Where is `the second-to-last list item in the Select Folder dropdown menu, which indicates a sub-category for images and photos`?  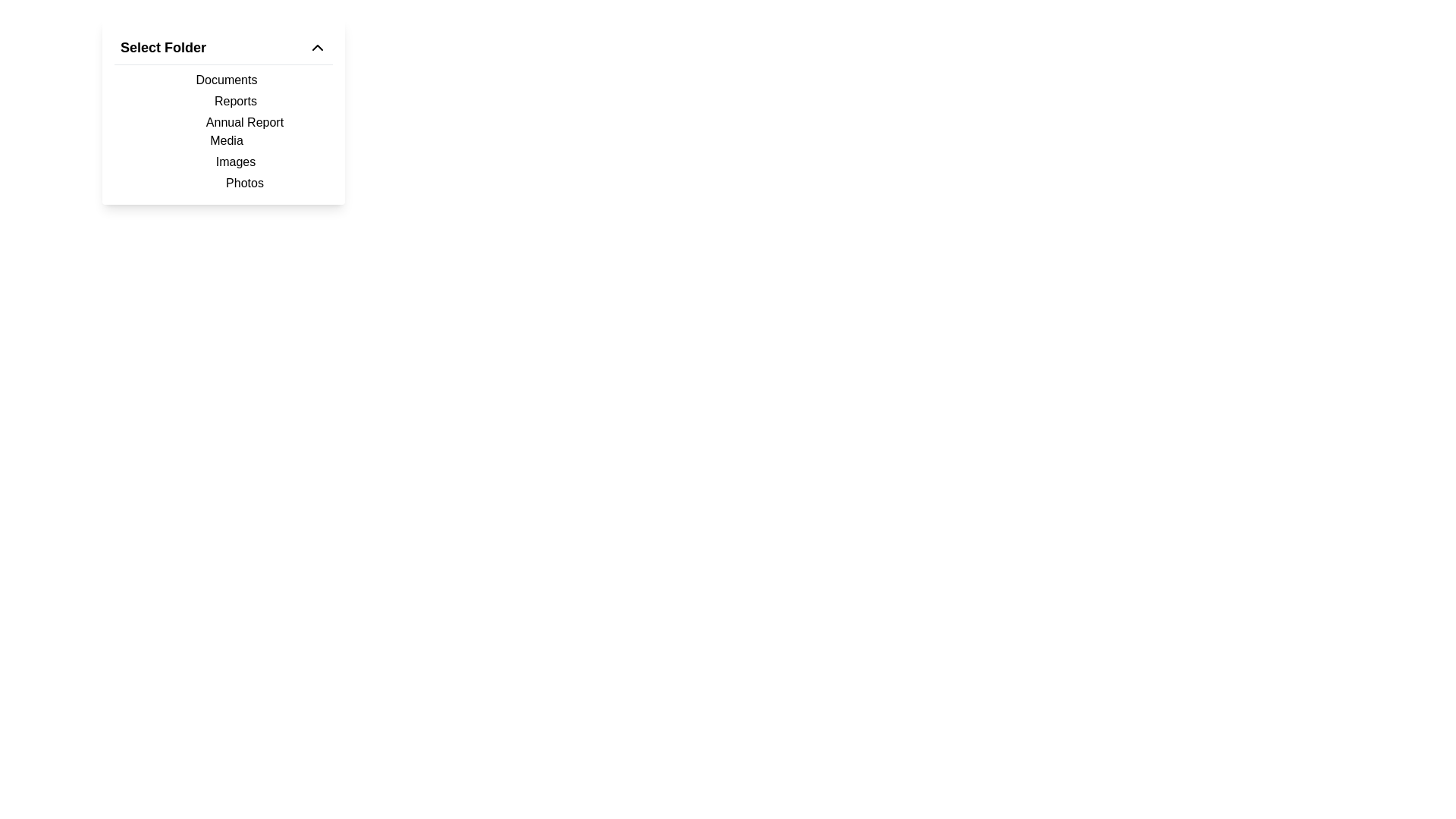 the second-to-last list item in the Select Folder dropdown menu, which indicates a sub-category for images and photos is located at coordinates (232, 171).